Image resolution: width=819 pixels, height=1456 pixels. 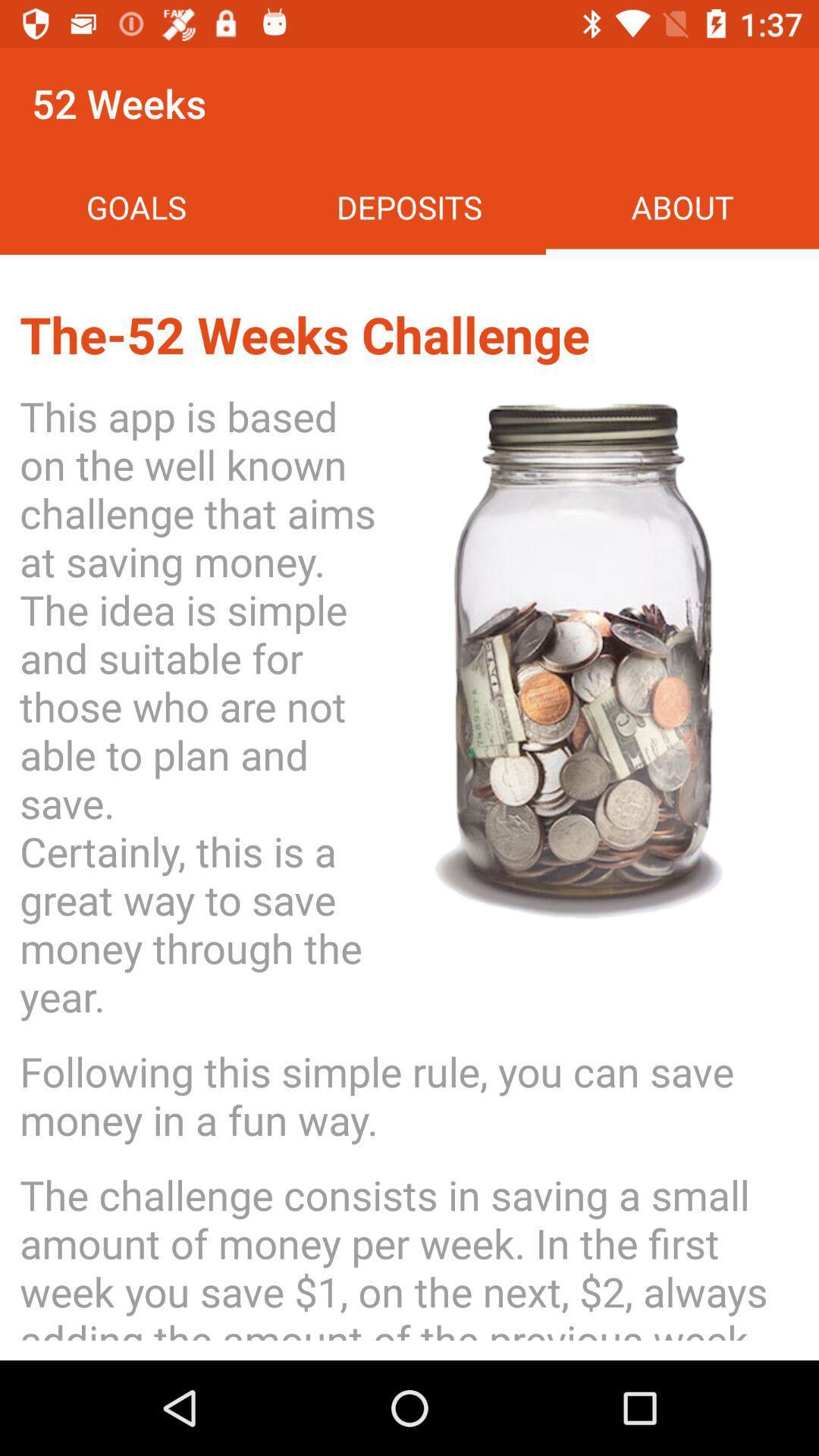 What do you see at coordinates (136, 206) in the screenshot?
I see `the icon next to deposits` at bounding box center [136, 206].